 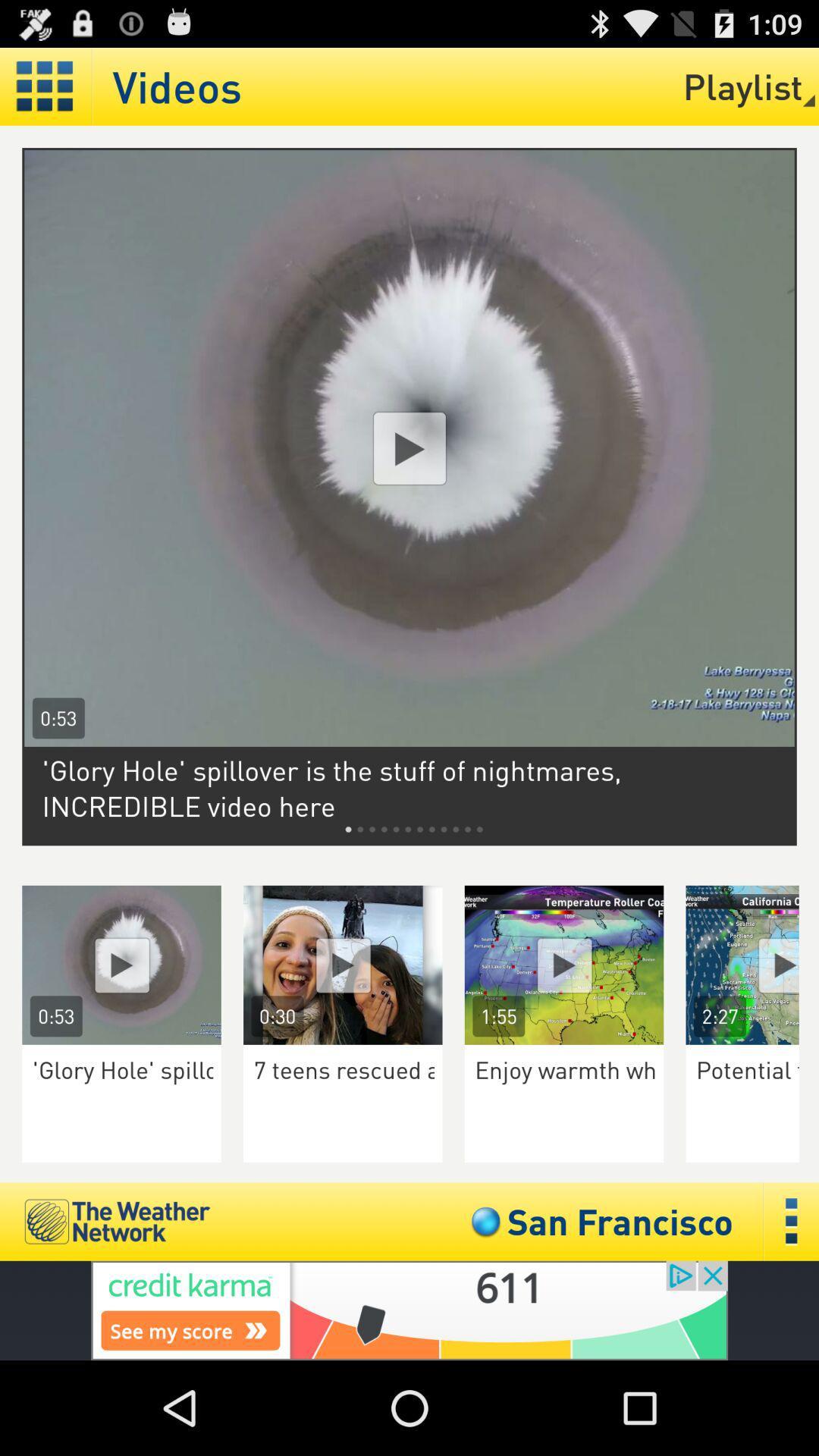 I want to click on options, so click(x=791, y=1222).